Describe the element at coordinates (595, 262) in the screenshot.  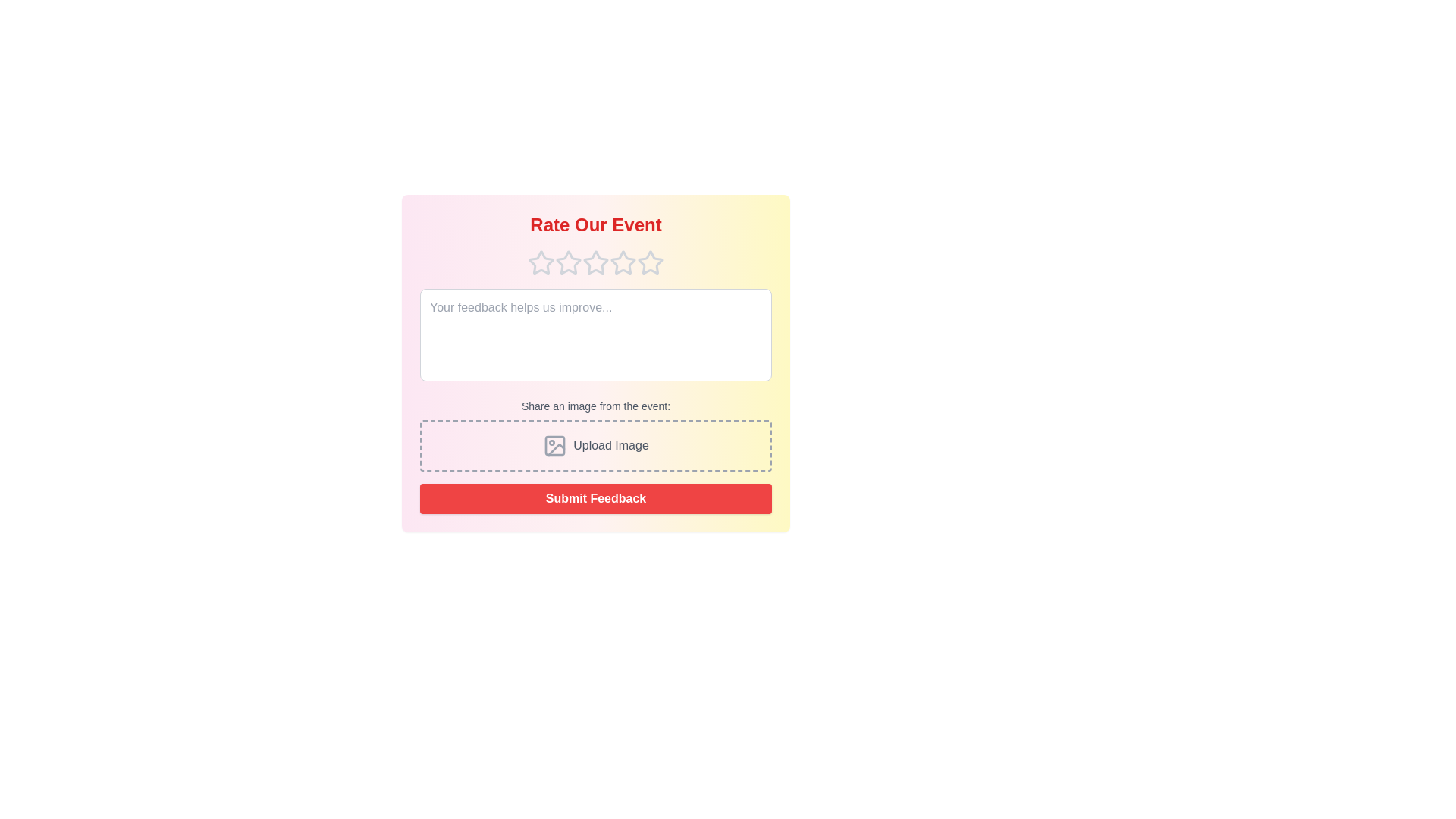
I see `the star corresponding to the desired rating 3` at that location.